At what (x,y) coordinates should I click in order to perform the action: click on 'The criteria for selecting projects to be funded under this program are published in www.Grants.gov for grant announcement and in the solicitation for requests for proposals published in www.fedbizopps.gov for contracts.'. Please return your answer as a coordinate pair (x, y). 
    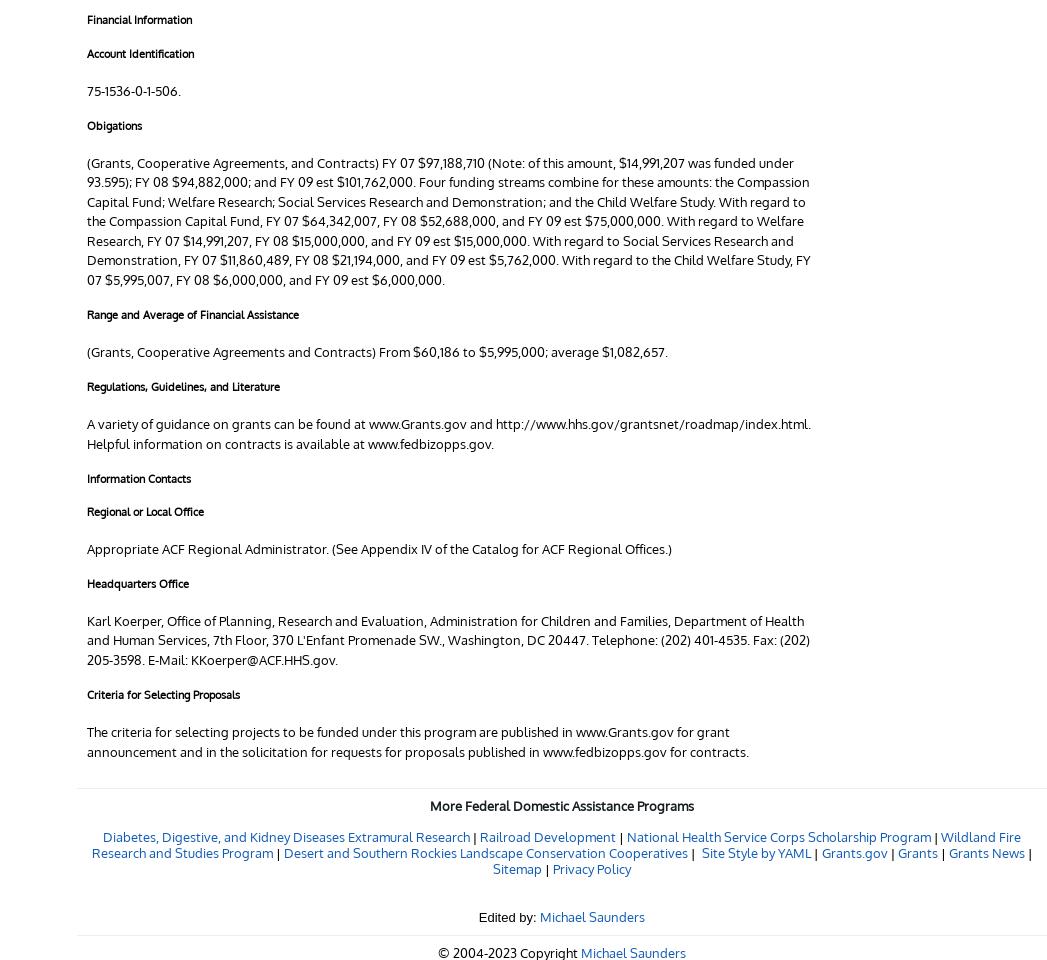
    Looking at the image, I should click on (416, 740).